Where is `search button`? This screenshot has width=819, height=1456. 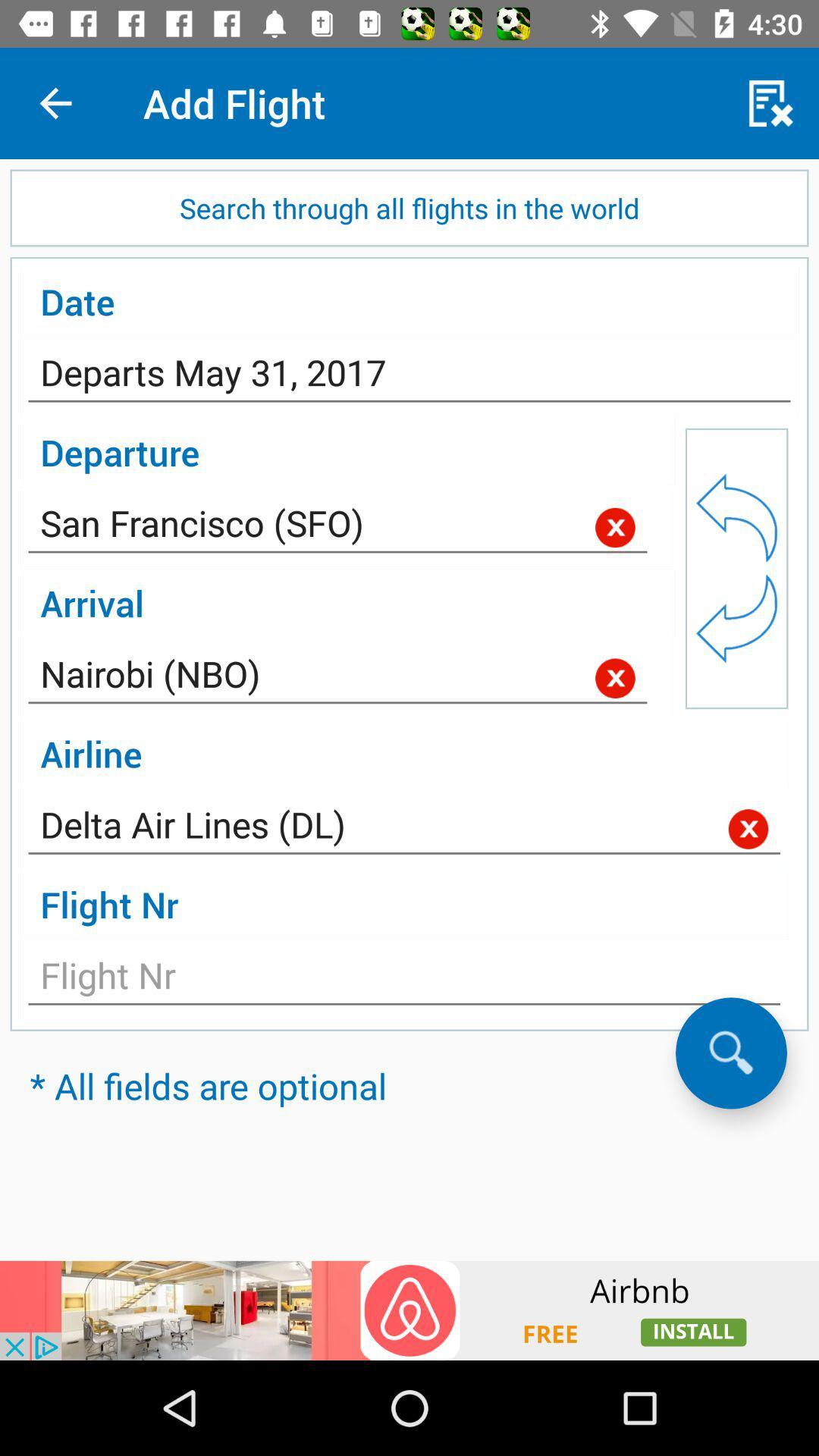 search button is located at coordinates (730, 1052).